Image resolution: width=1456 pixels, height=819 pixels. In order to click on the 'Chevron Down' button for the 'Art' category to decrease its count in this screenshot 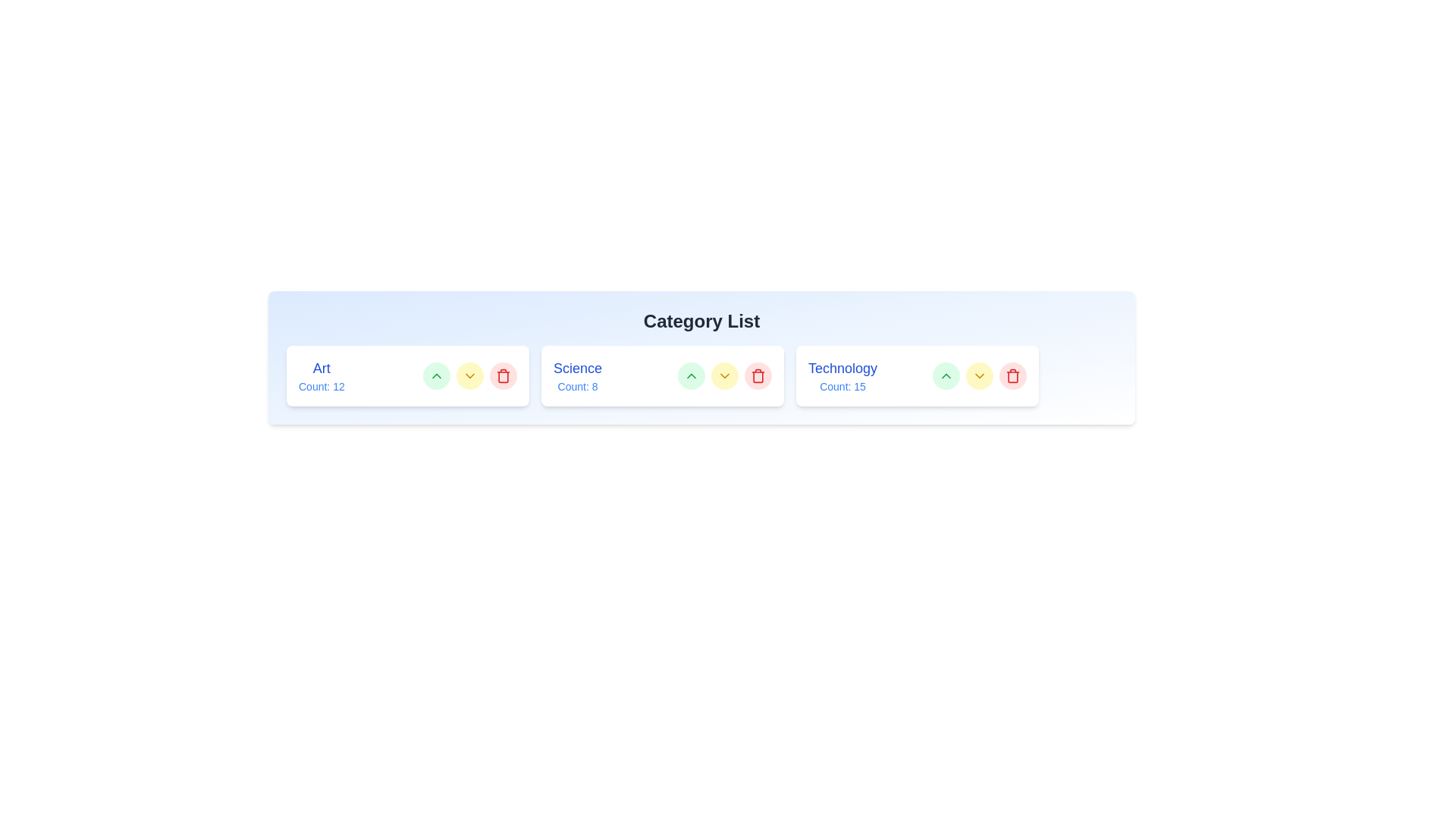, I will do `click(469, 375)`.